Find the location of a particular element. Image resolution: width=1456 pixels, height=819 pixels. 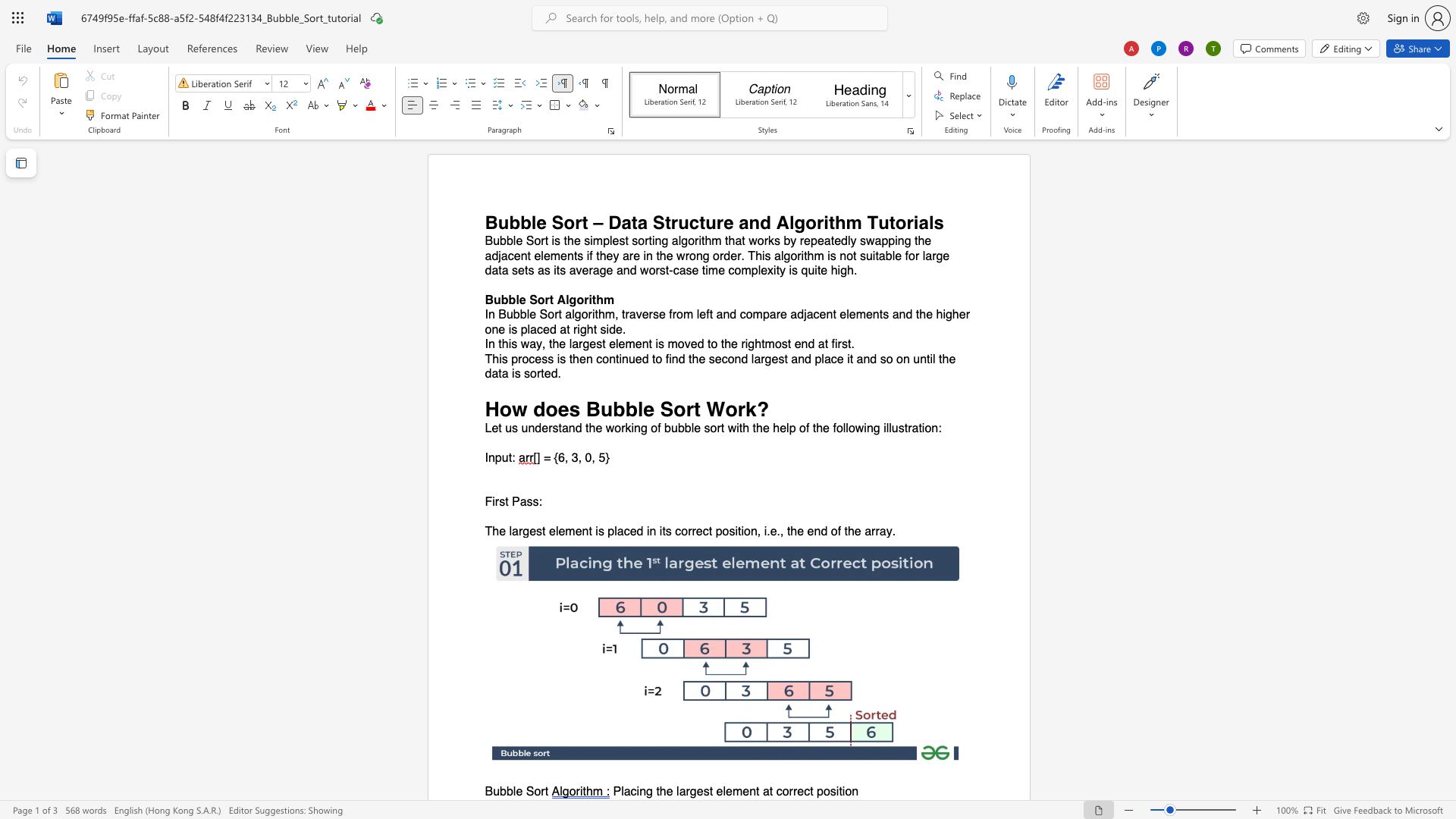

the 1th character "]" in the text is located at coordinates (538, 457).